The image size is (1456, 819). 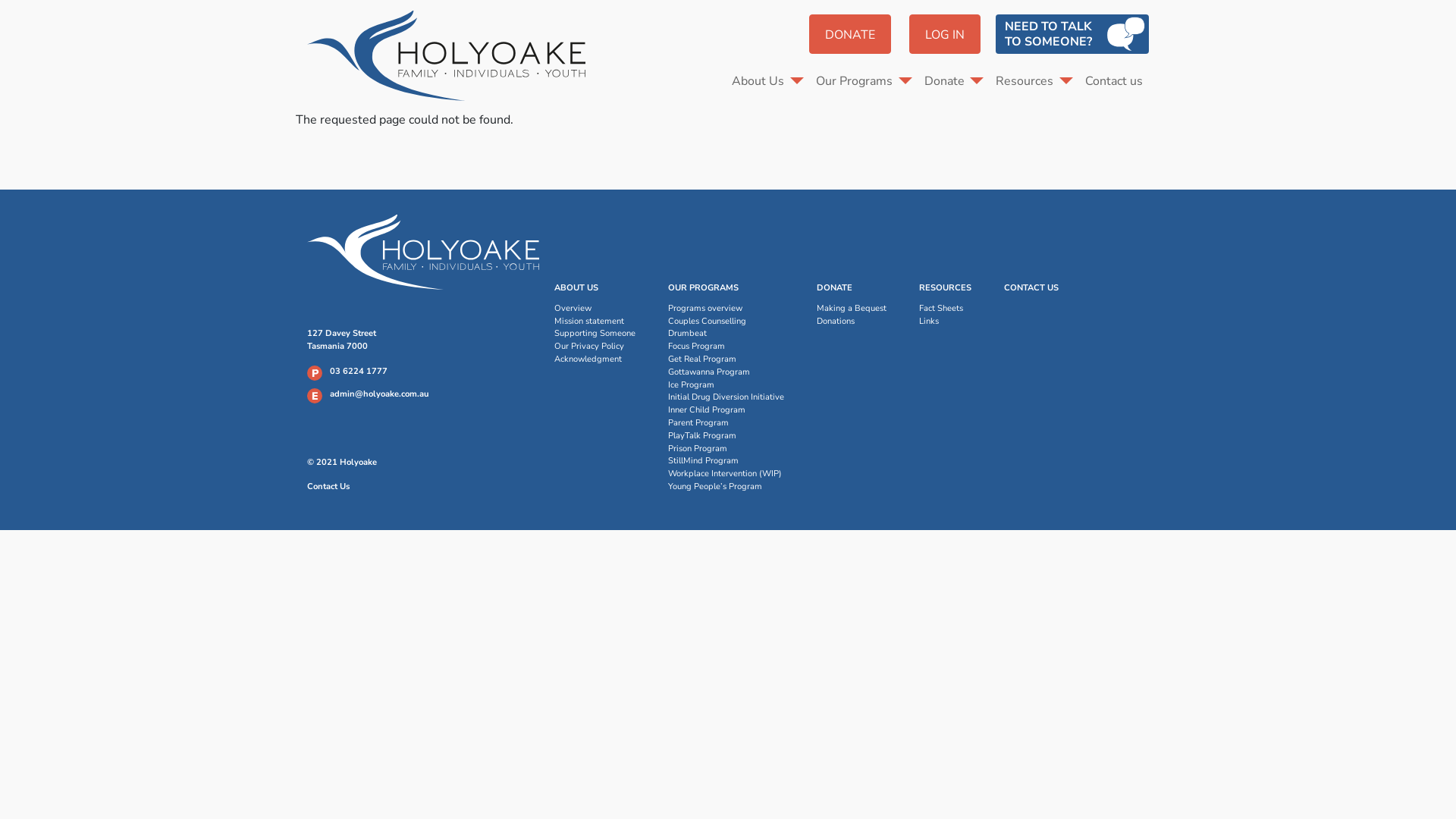 I want to click on 'Contact us', so click(x=1113, y=81).